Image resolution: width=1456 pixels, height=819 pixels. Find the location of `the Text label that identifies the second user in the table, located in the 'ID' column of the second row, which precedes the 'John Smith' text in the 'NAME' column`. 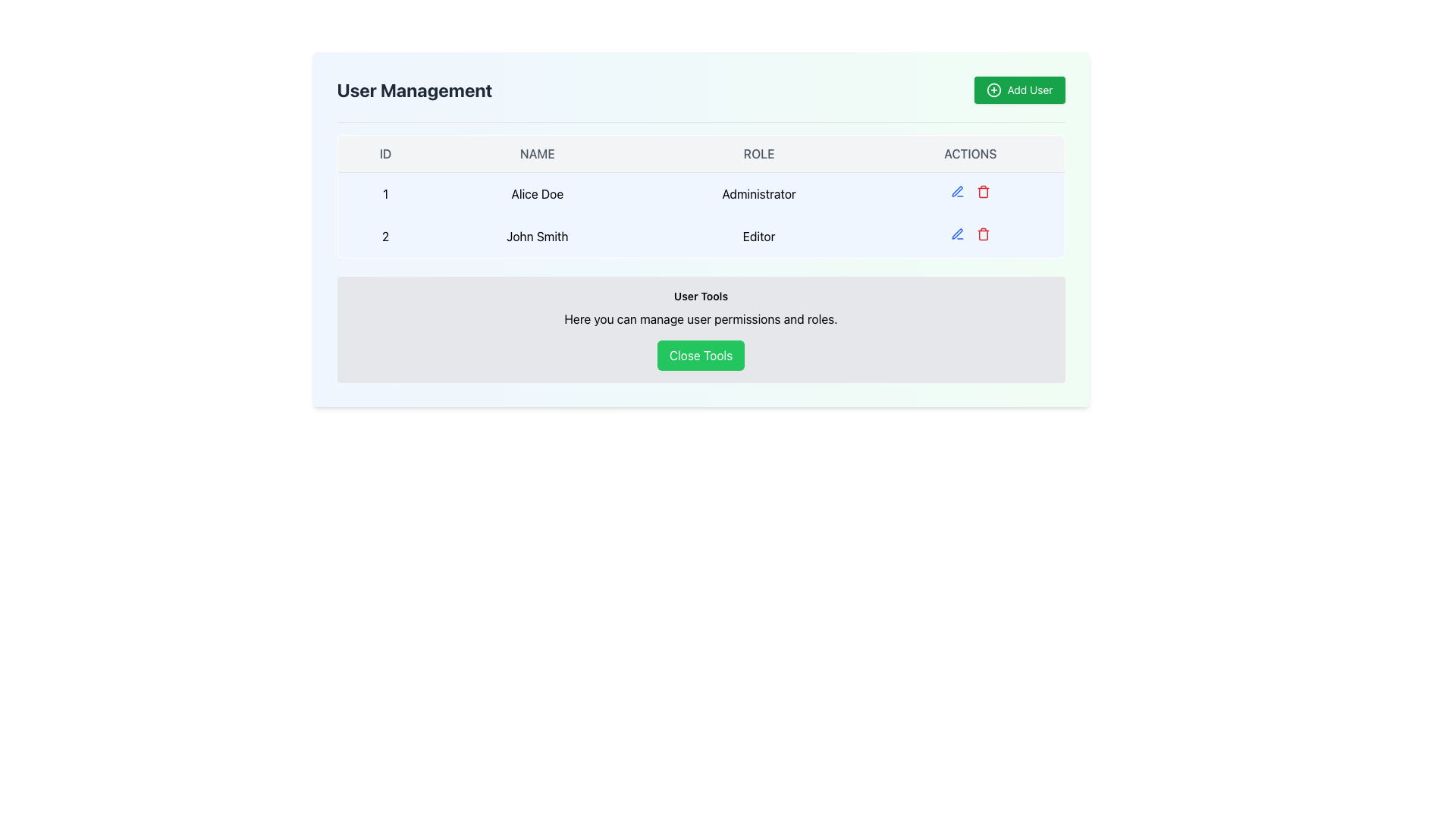

the Text label that identifies the second user in the table, located in the 'ID' column of the second row, which precedes the 'John Smith' text in the 'NAME' column is located at coordinates (385, 237).